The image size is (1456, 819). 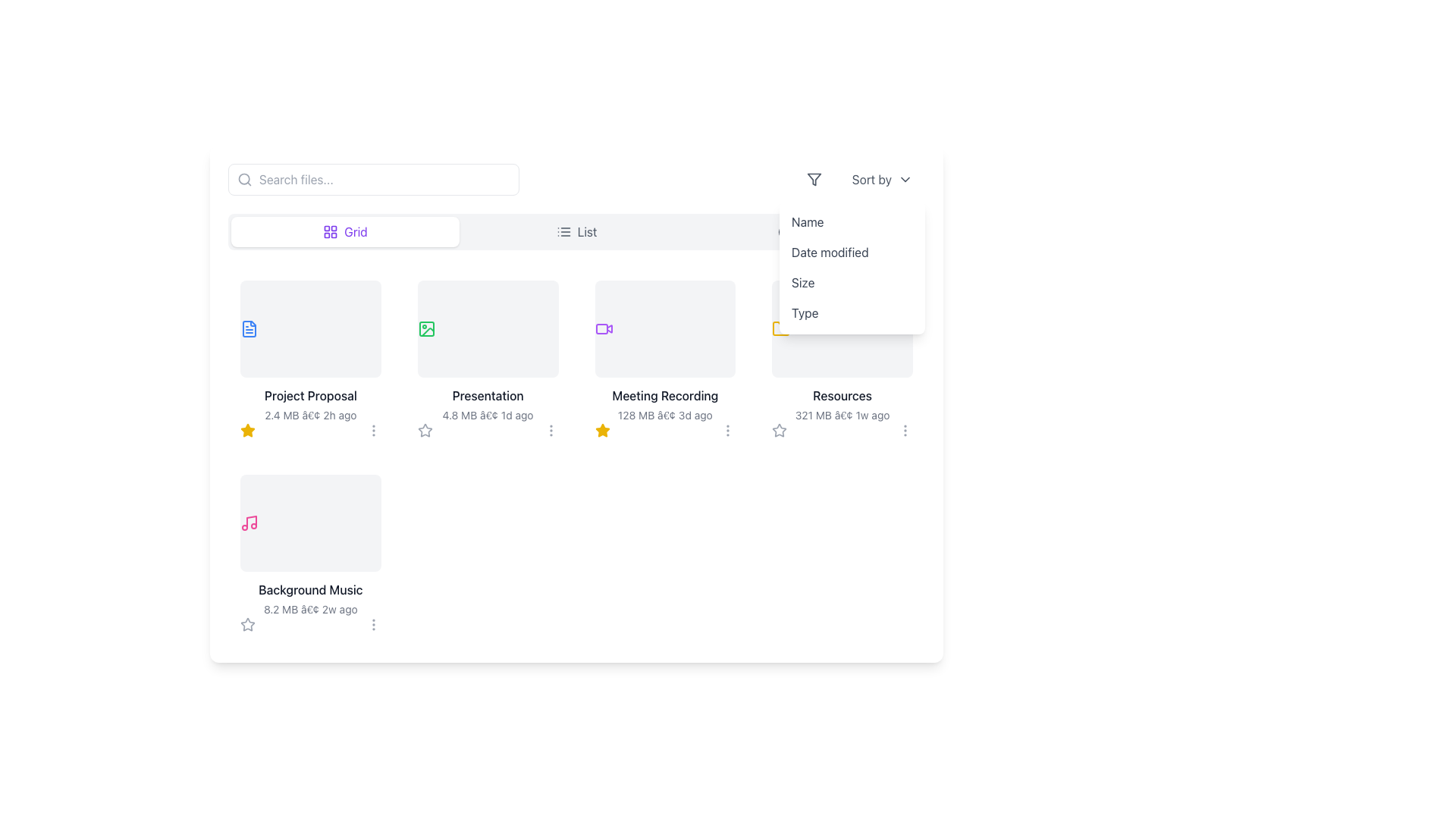 What do you see at coordinates (247, 430) in the screenshot?
I see `the star icon located in the second column of the second row of file listings` at bounding box center [247, 430].